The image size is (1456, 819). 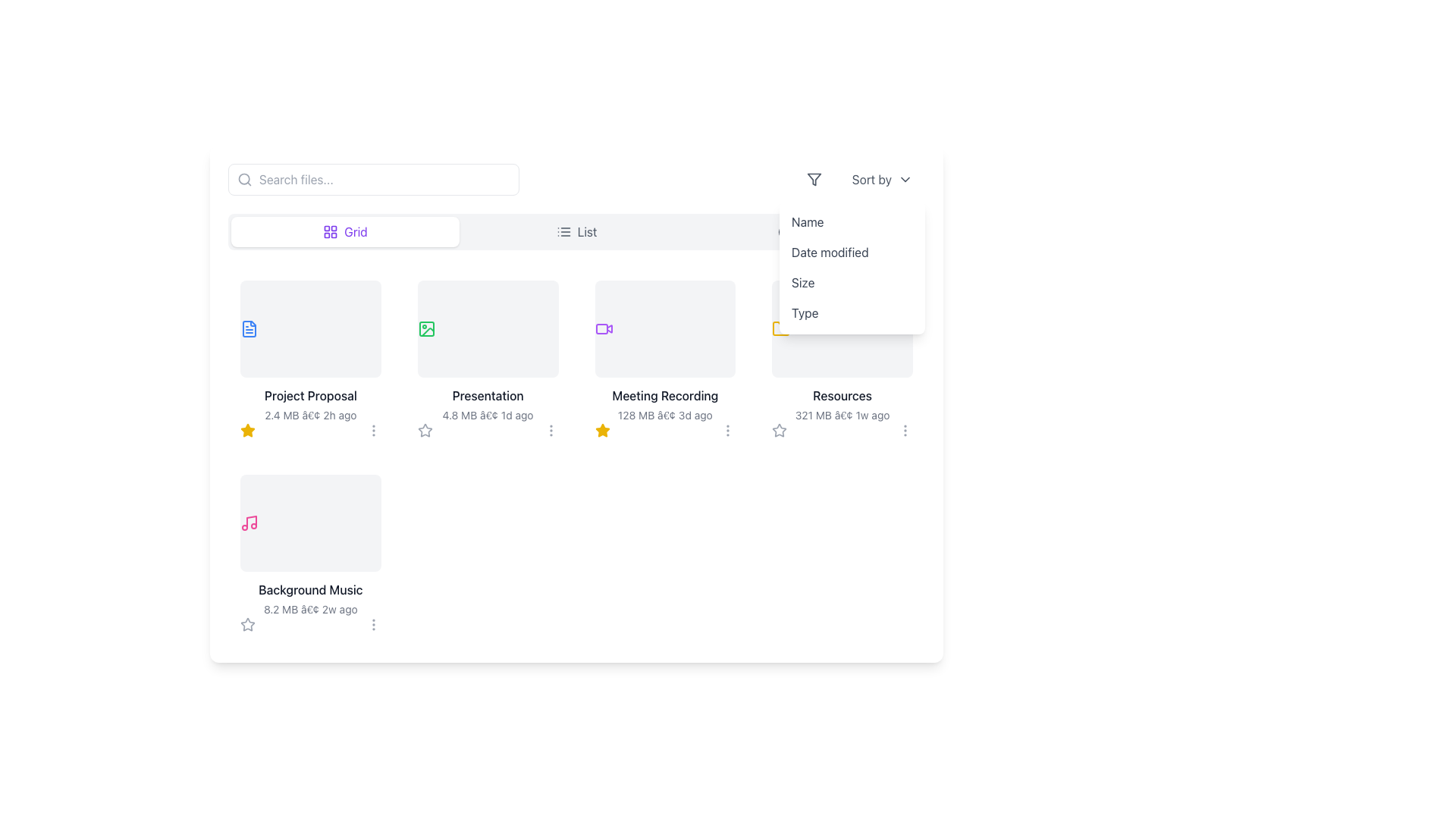 What do you see at coordinates (247, 430) in the screenshot?
I see `the star icon located in the second column of the second row of file listings` at bounding box center [247, 430].